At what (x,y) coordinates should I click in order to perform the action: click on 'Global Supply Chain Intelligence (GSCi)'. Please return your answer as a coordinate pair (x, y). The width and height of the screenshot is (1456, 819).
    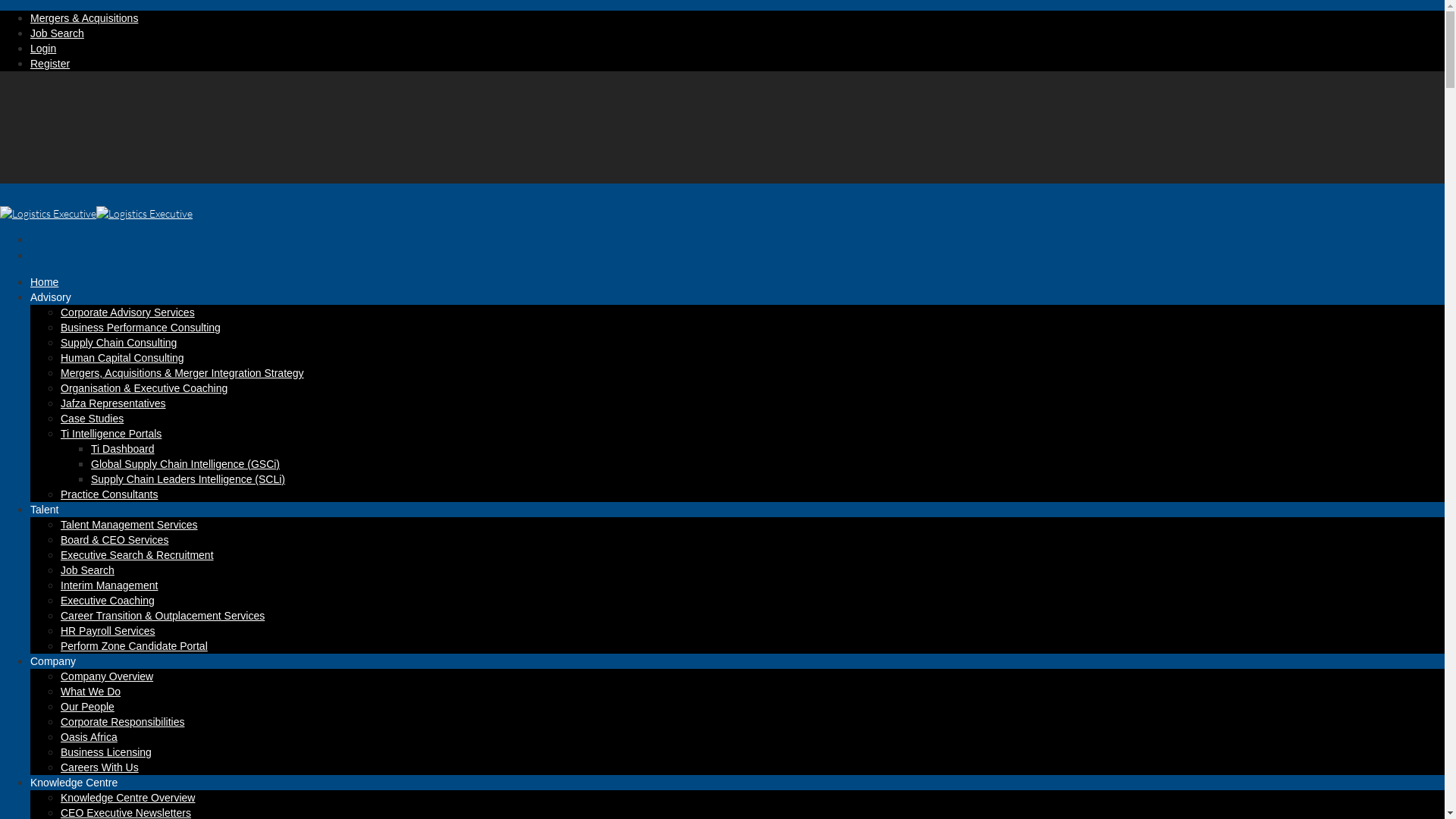
    Looking at the image, I should click on (184, 463).